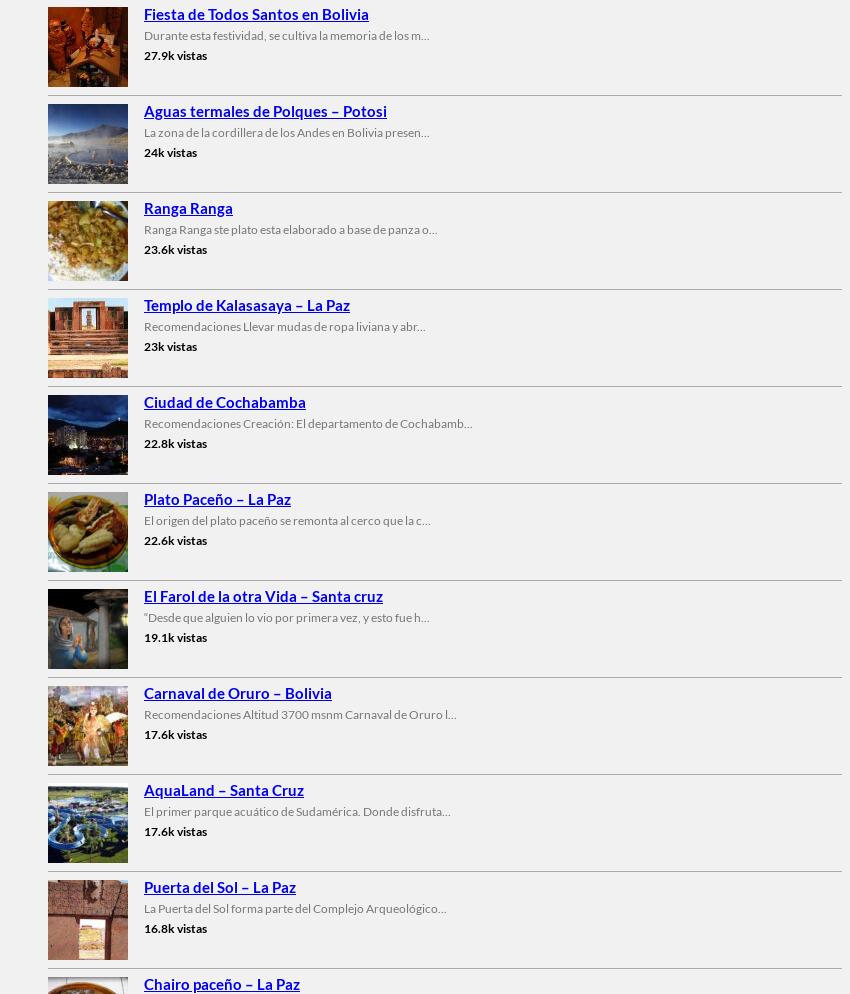  I want to click on '23.6k vistas', so click(174, 248).